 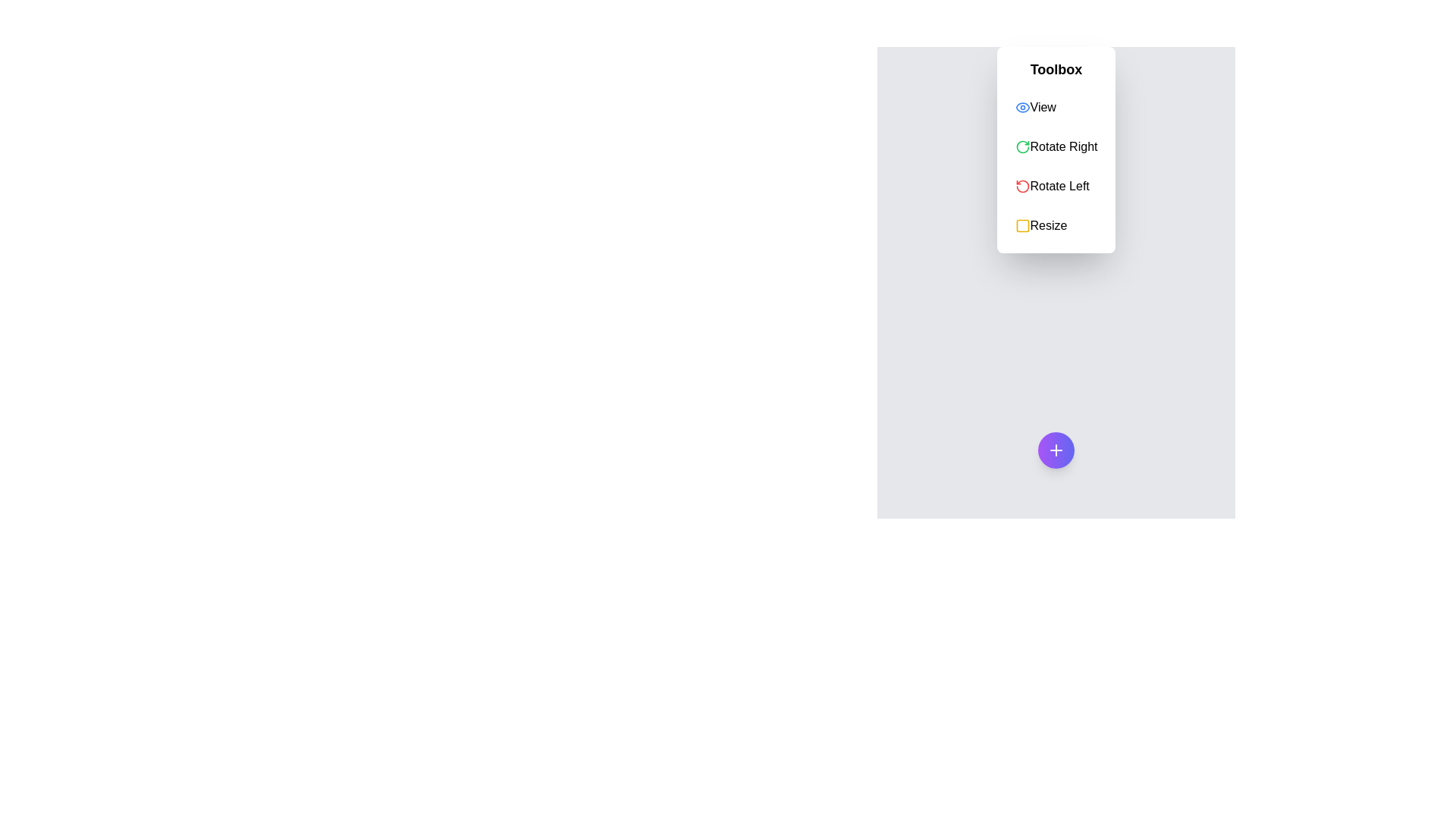 What do you see at coordinates (1055, 450) in the screenshot?
I see `the speed dial button to toggle its state` at bounding box center [1055, 450].